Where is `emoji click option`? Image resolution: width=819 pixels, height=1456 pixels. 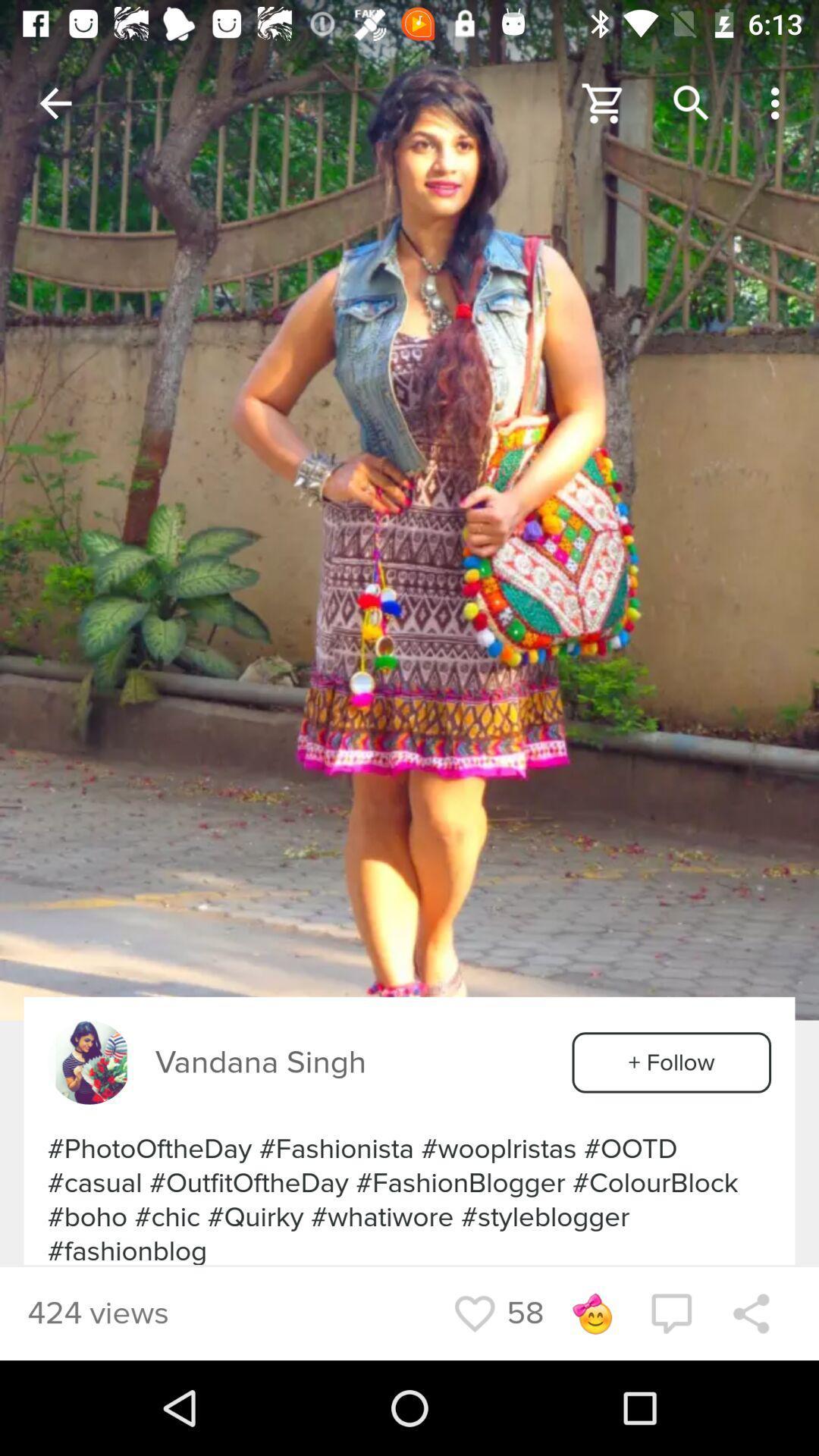 emoji click option is located at coordinates (591, 1313).